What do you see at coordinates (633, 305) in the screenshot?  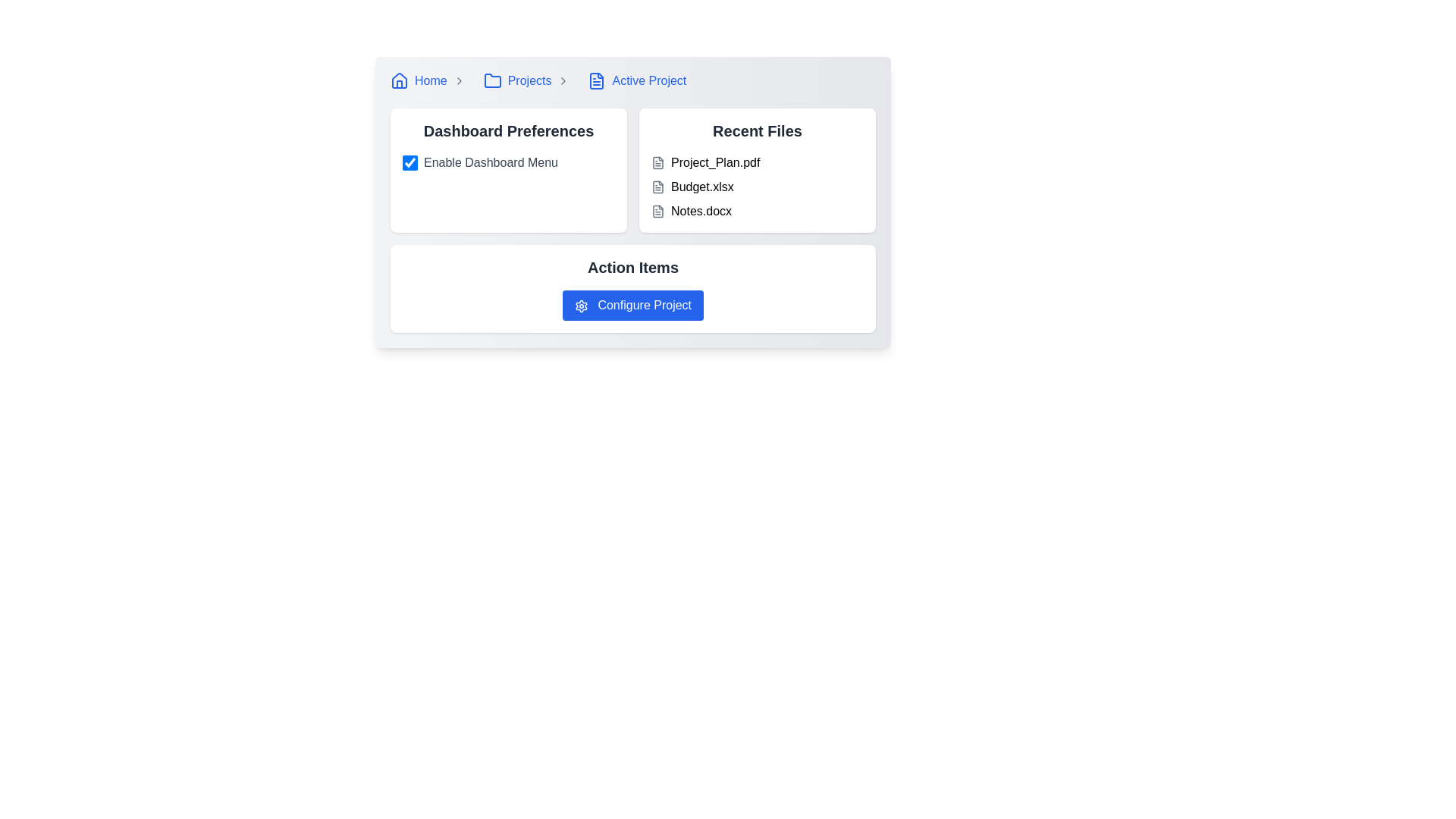 I see `the rectangular blue button labeled 'Configure Project'` at bounding box center [633, 305].